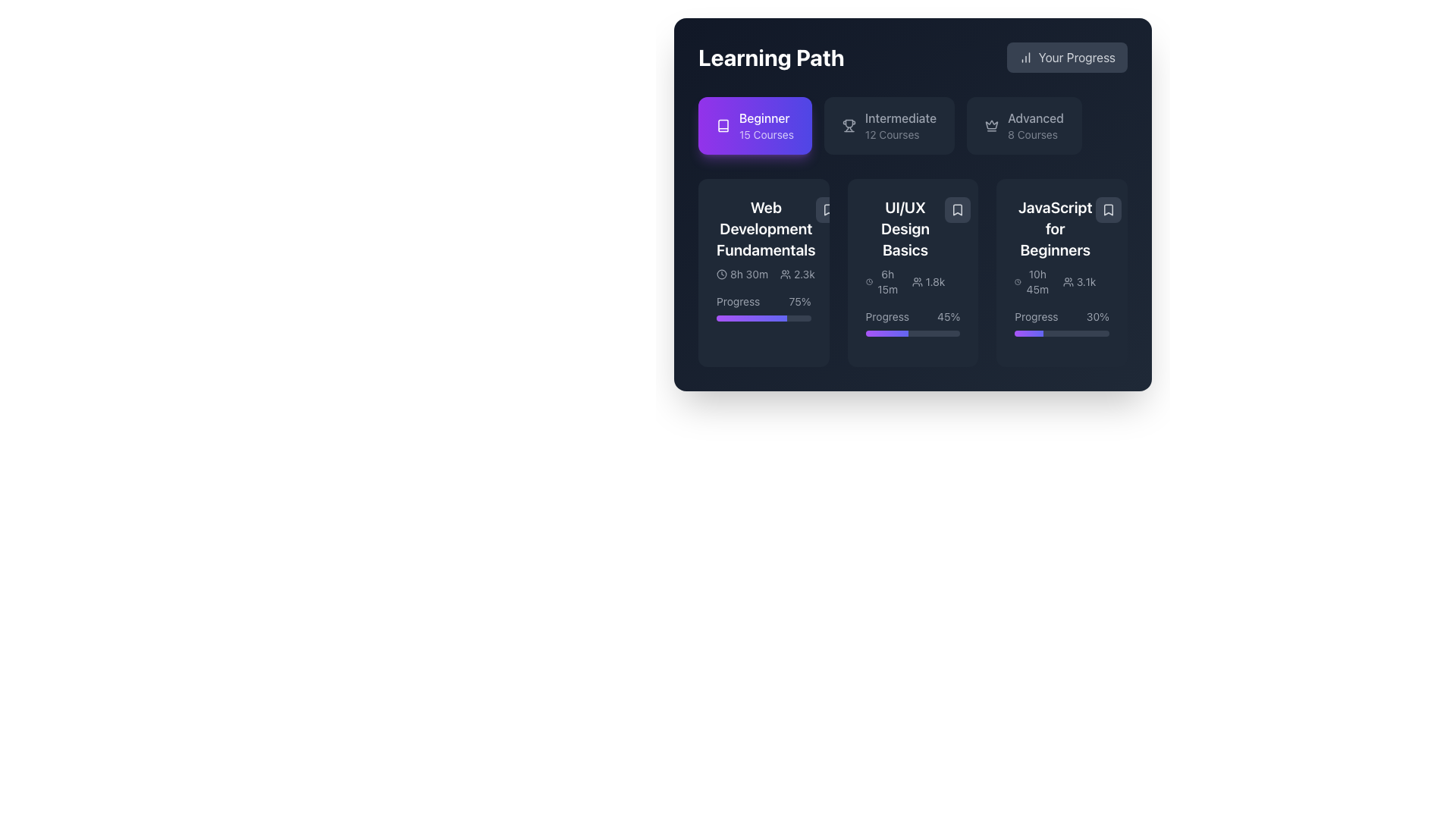  I want to click on the progress, so click(746, 318).